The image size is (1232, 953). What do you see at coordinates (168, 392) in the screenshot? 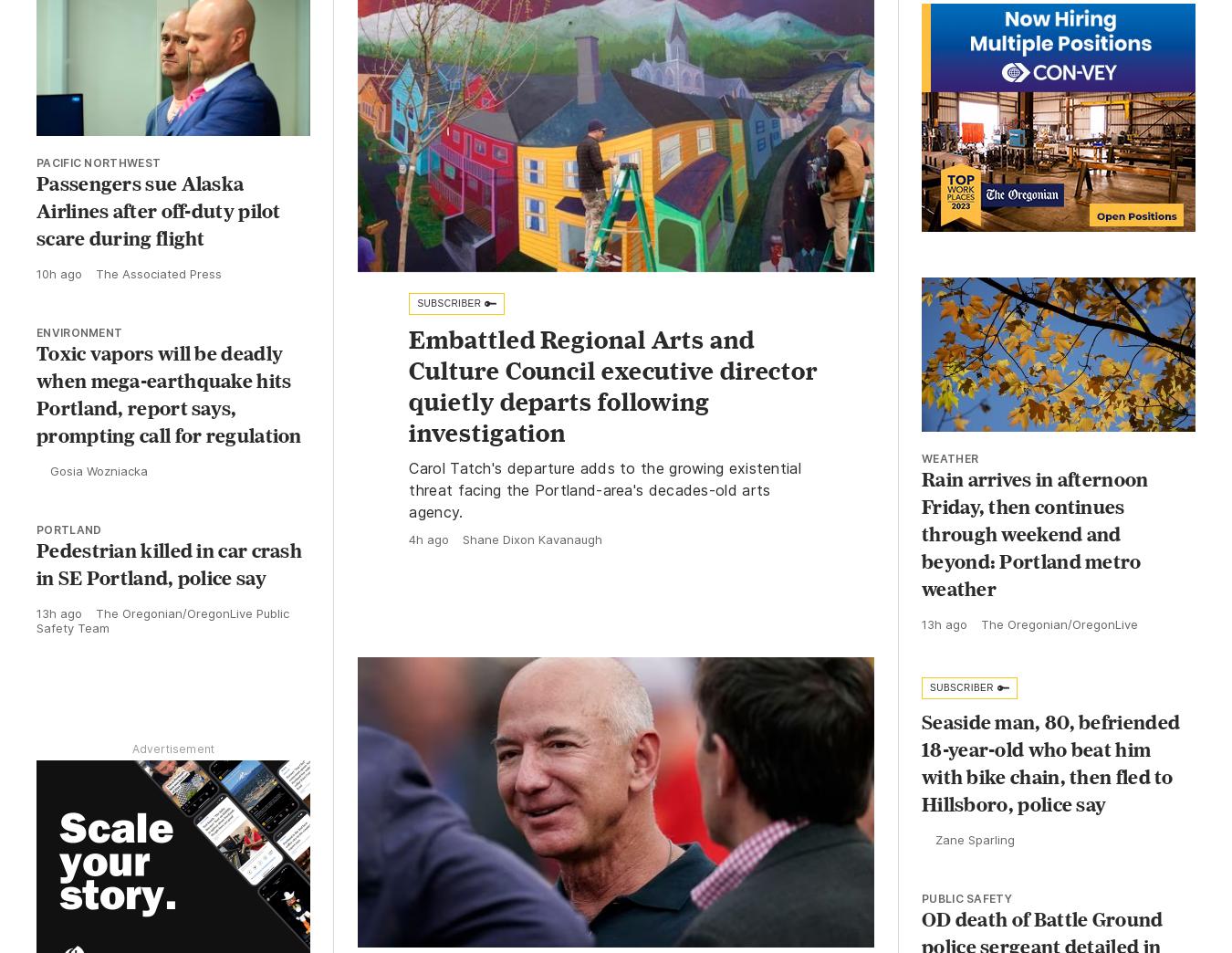
I see `'Toxic vapors will be deadly when mega-earthquake hits Portland, report says, prompting call for regulation'` at bounding box center [168, 392].